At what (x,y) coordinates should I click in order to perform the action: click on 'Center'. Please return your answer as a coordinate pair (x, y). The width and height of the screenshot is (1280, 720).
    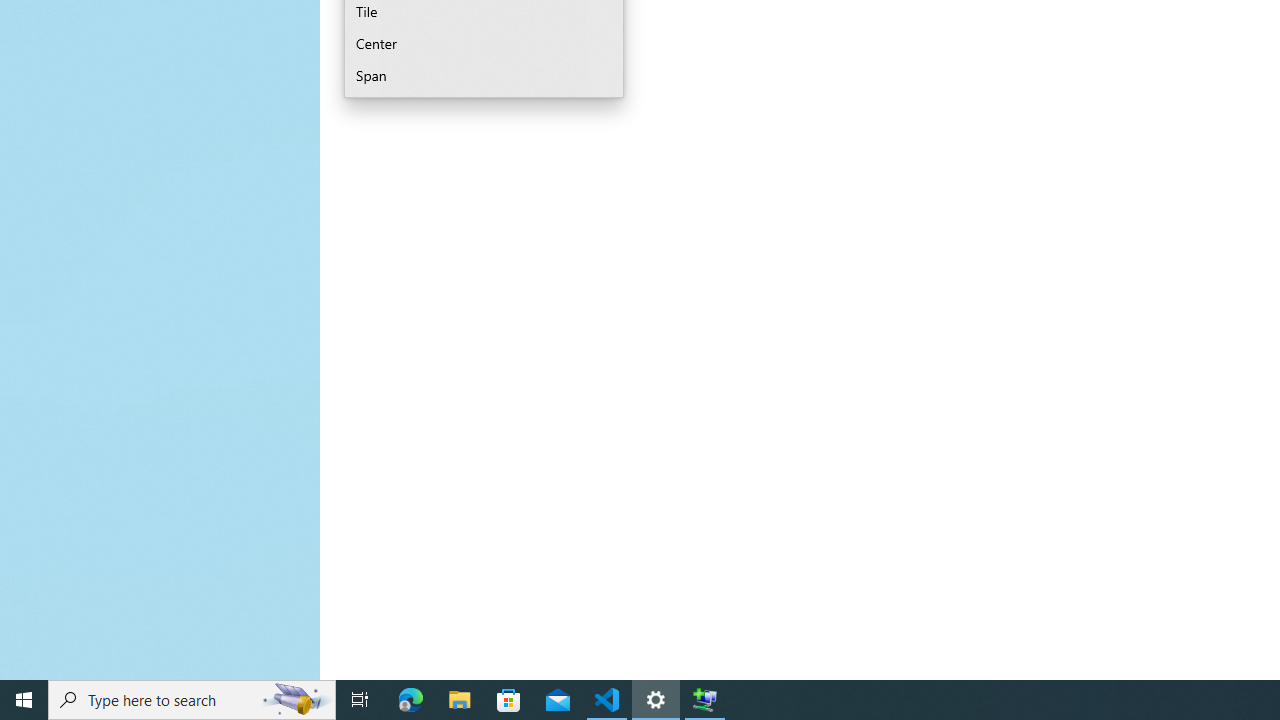
    Looking at the image, I should click on (484, 45).